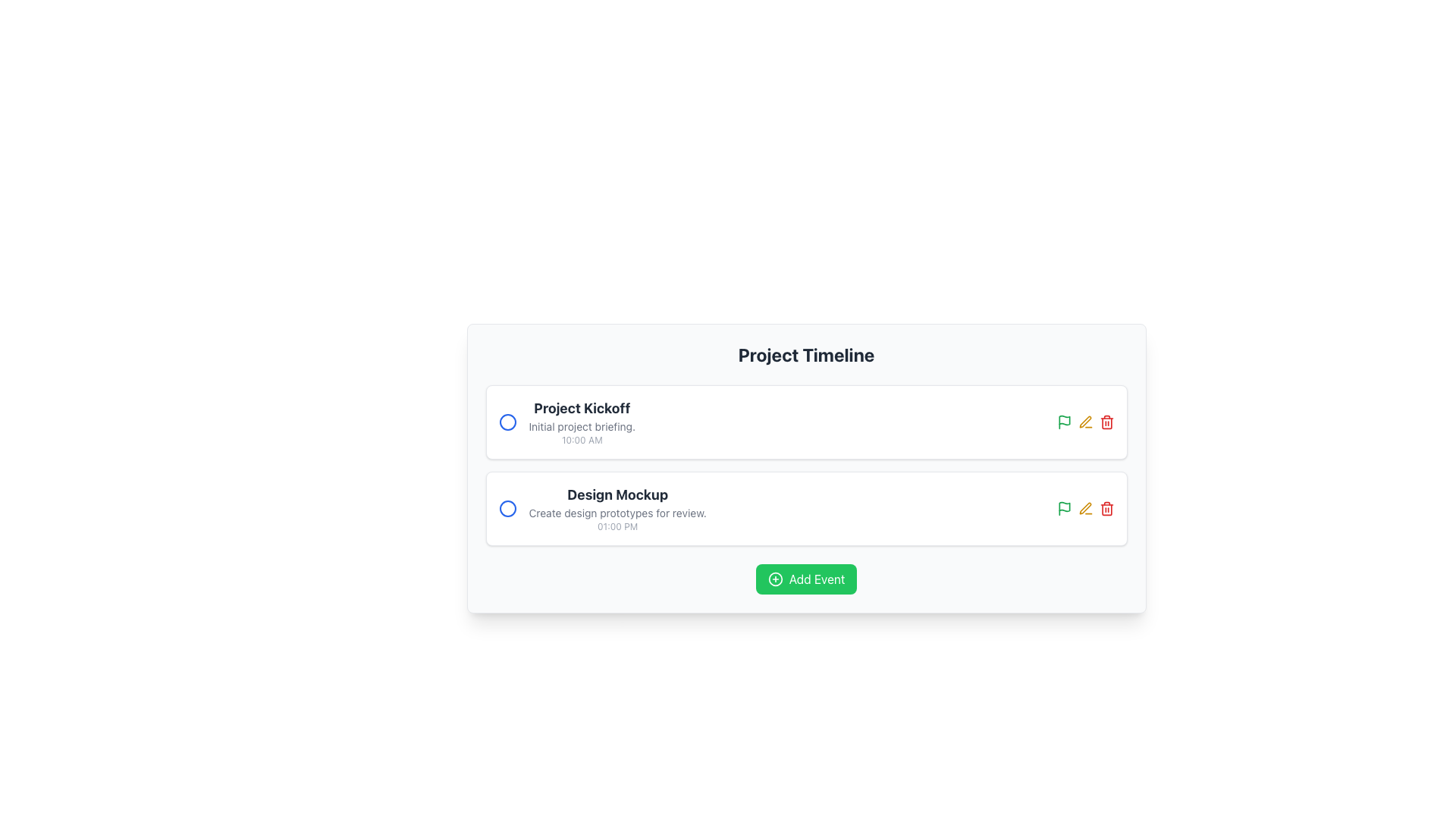  Describe the element at coordinates (805, 579) in the screenshot. I see `the green button labeled 'Add Event' with a white plus icon on its left side, located at the bottom of the 'Project Timeline' section` at that location.